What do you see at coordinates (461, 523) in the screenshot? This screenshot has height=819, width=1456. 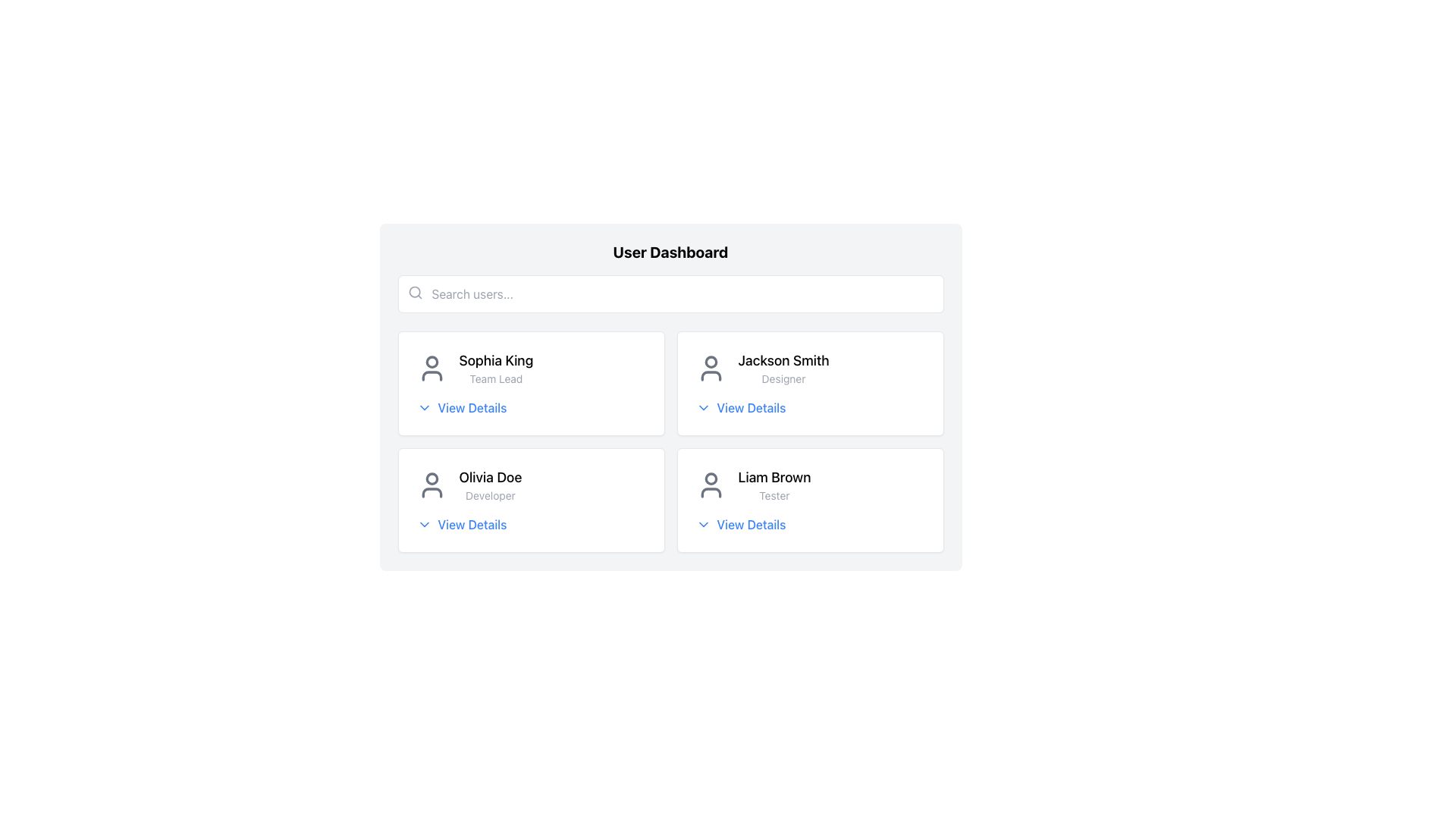 I see `the 'View Details' button, which is a text button with a blue font and a chevron-down icon, located below 'Olivia Doe' in the third user card of the second row` at bounding box center [461, 523].